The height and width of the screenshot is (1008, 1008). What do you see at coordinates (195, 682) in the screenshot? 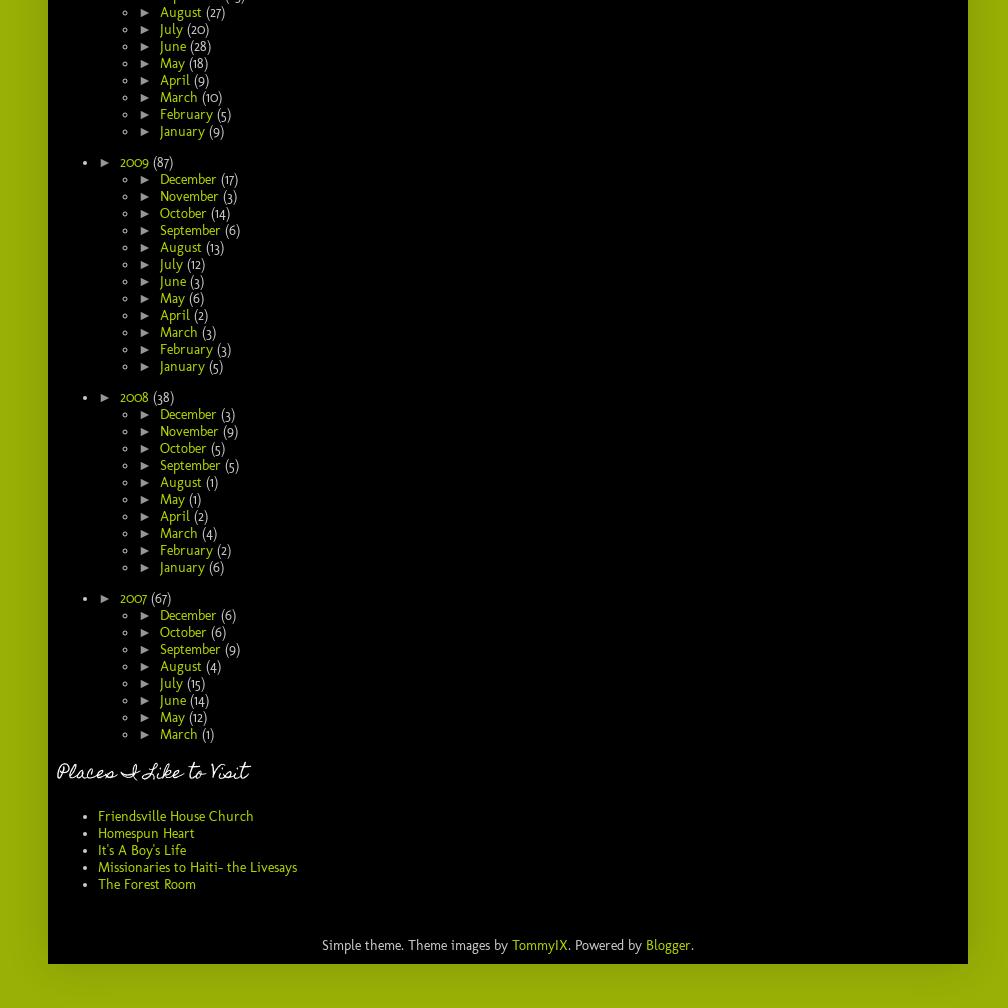
I see `'(15)'` at bounding box center [195, 682].